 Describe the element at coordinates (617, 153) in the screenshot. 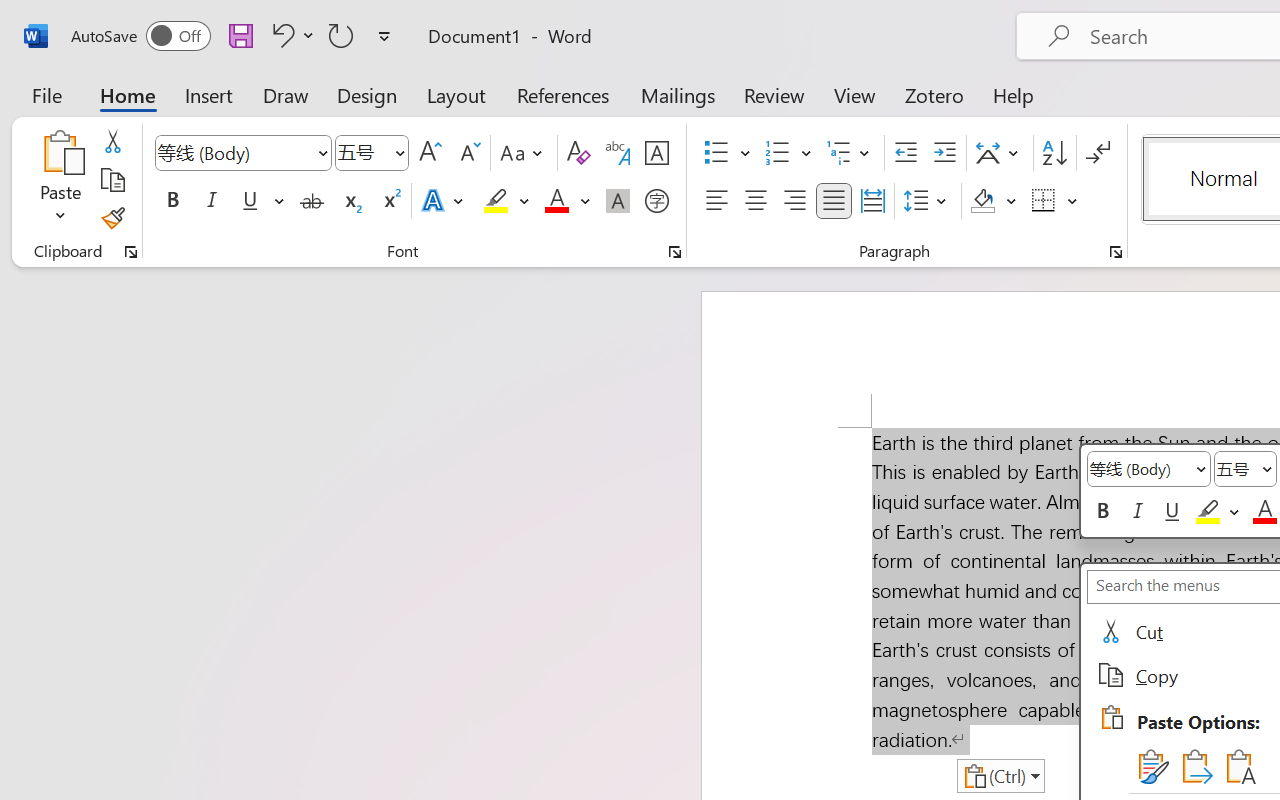

I see `'Phonetic Guide...'` at that location.